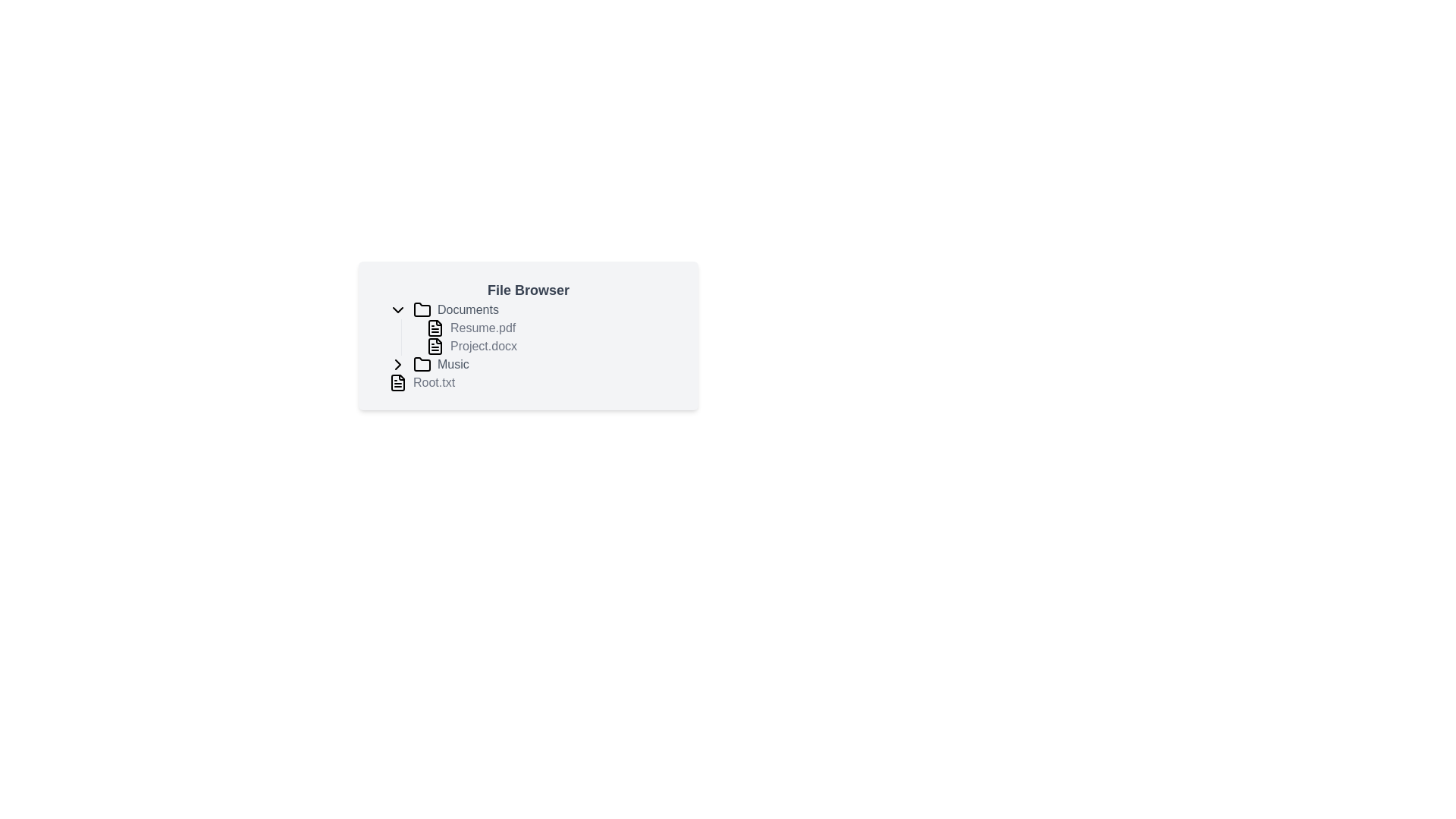 This screenshot has width=1456, height=819. What do you see at coordinates (435, 327) in the screenshot?
I see `the SVG icon representing a document with a folded corner, located to the left of the text 'Resume.pdf'` at bounding box center [435, 327].